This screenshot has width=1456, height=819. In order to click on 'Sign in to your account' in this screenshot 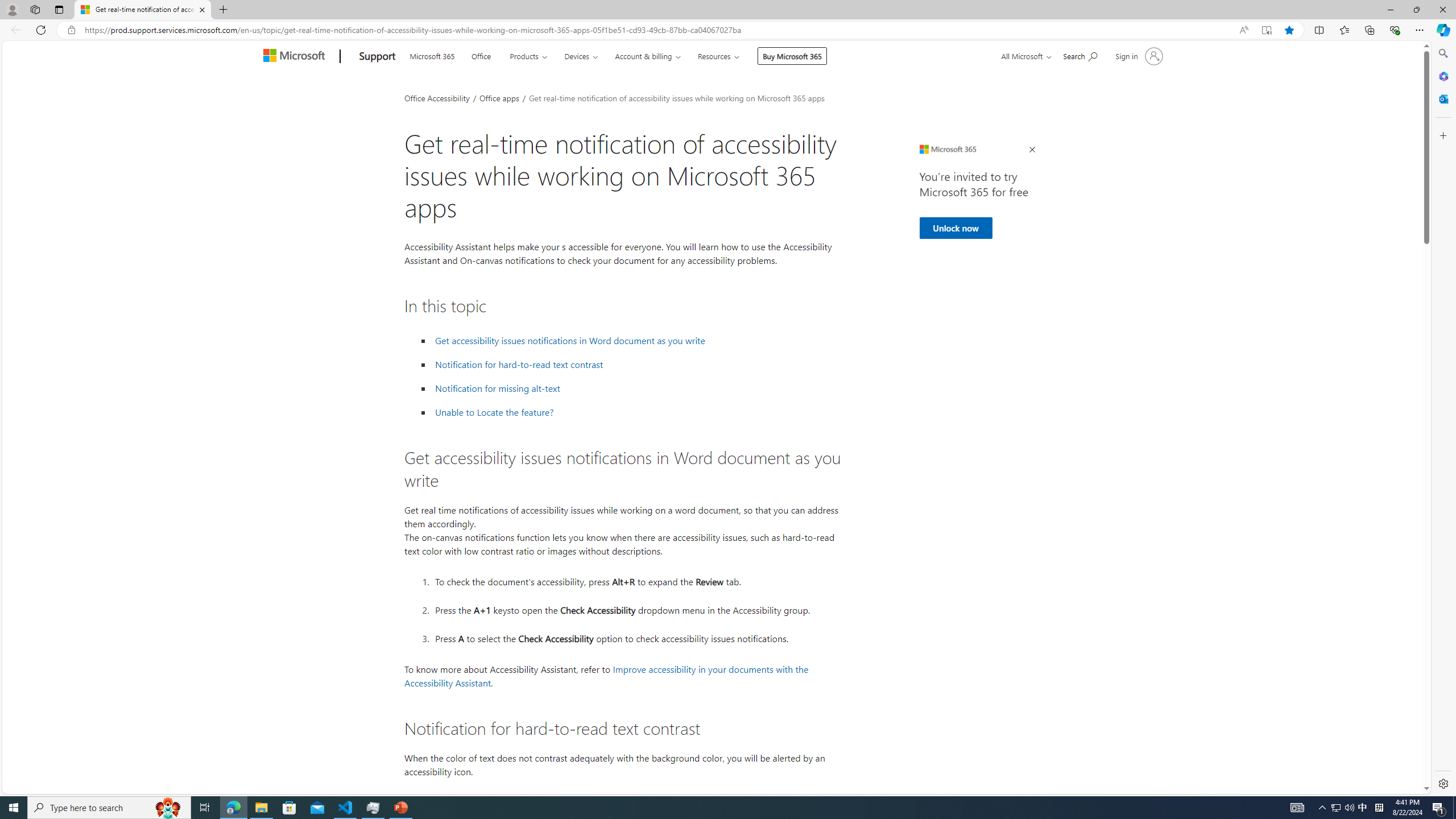, I will do `click(1137, 55)`.